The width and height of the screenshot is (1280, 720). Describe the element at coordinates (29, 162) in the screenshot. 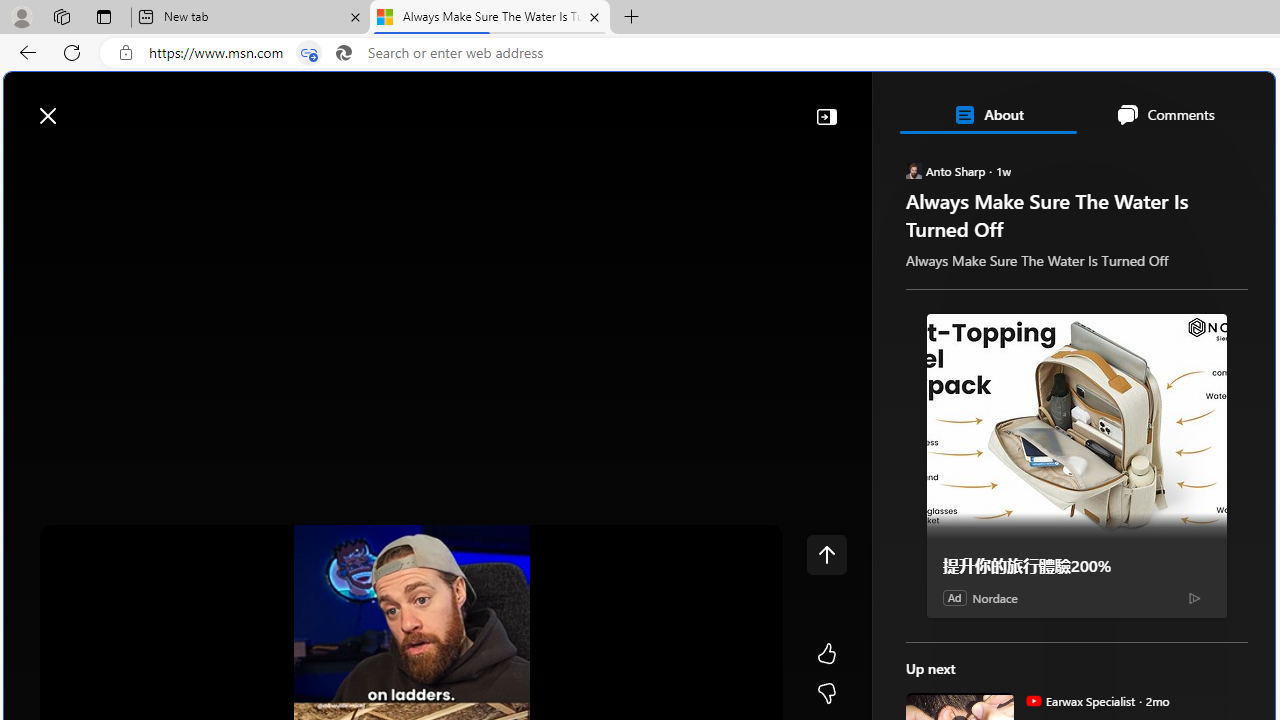

I see `'Class: button-glyph'` at that location.